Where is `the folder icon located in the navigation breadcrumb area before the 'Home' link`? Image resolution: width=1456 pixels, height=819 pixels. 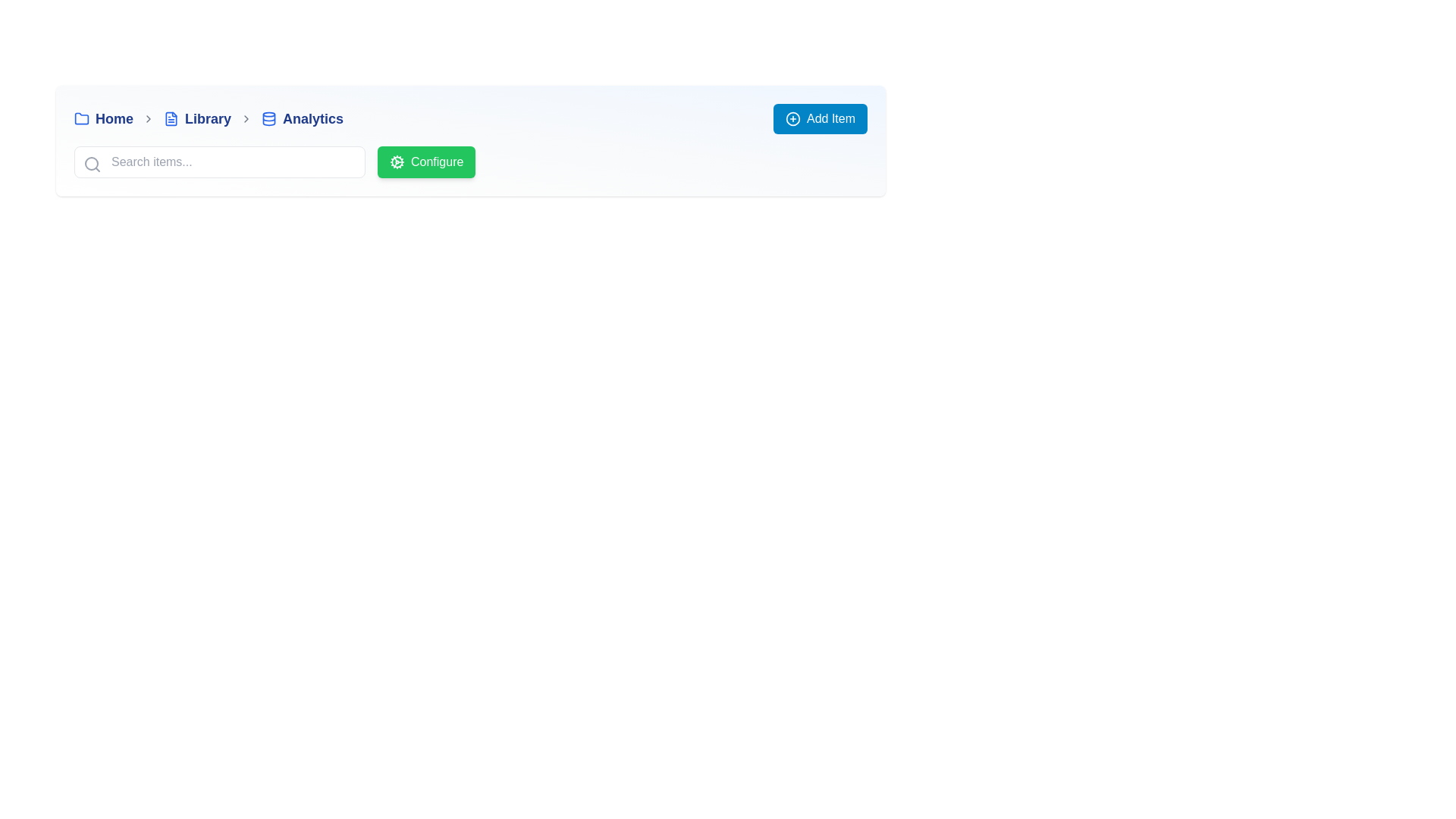 the folder icon located in the navigation breadcrumb area before the 'Home' link is located at coordinates (81, 117).